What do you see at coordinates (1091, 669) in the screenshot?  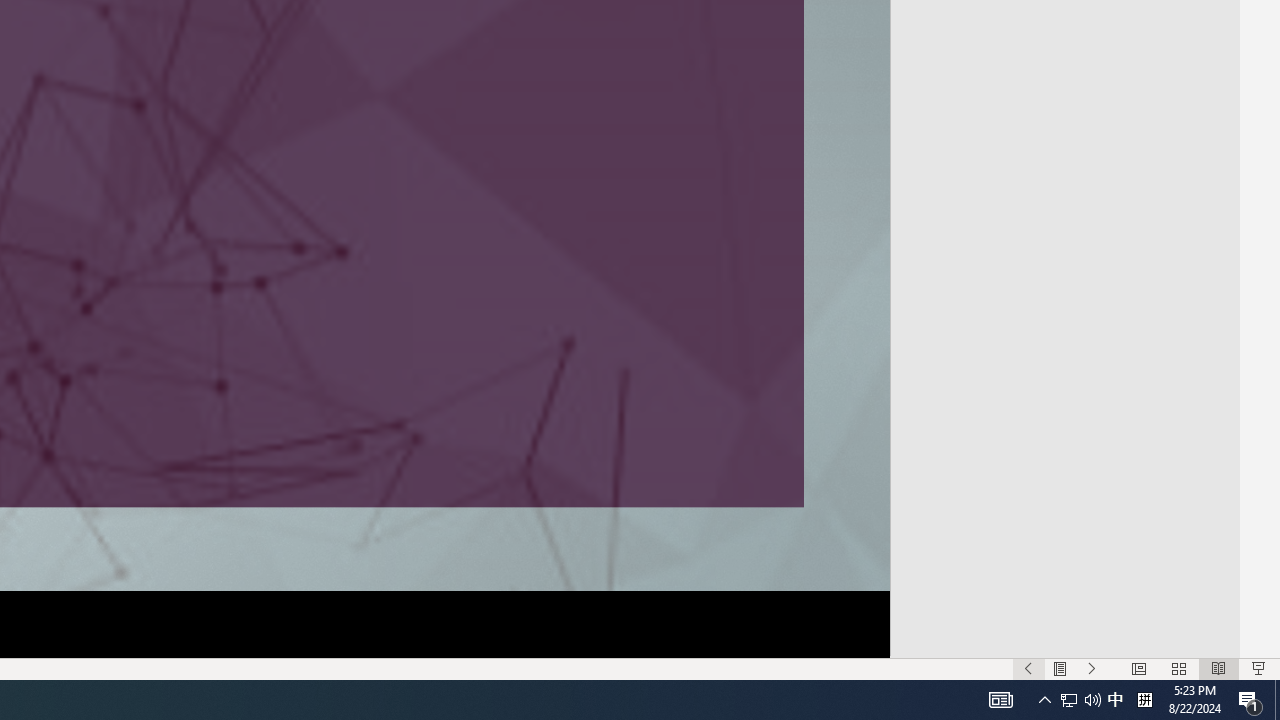 I see `'Slide Show Next On'` at bounding box center [1091, 669].